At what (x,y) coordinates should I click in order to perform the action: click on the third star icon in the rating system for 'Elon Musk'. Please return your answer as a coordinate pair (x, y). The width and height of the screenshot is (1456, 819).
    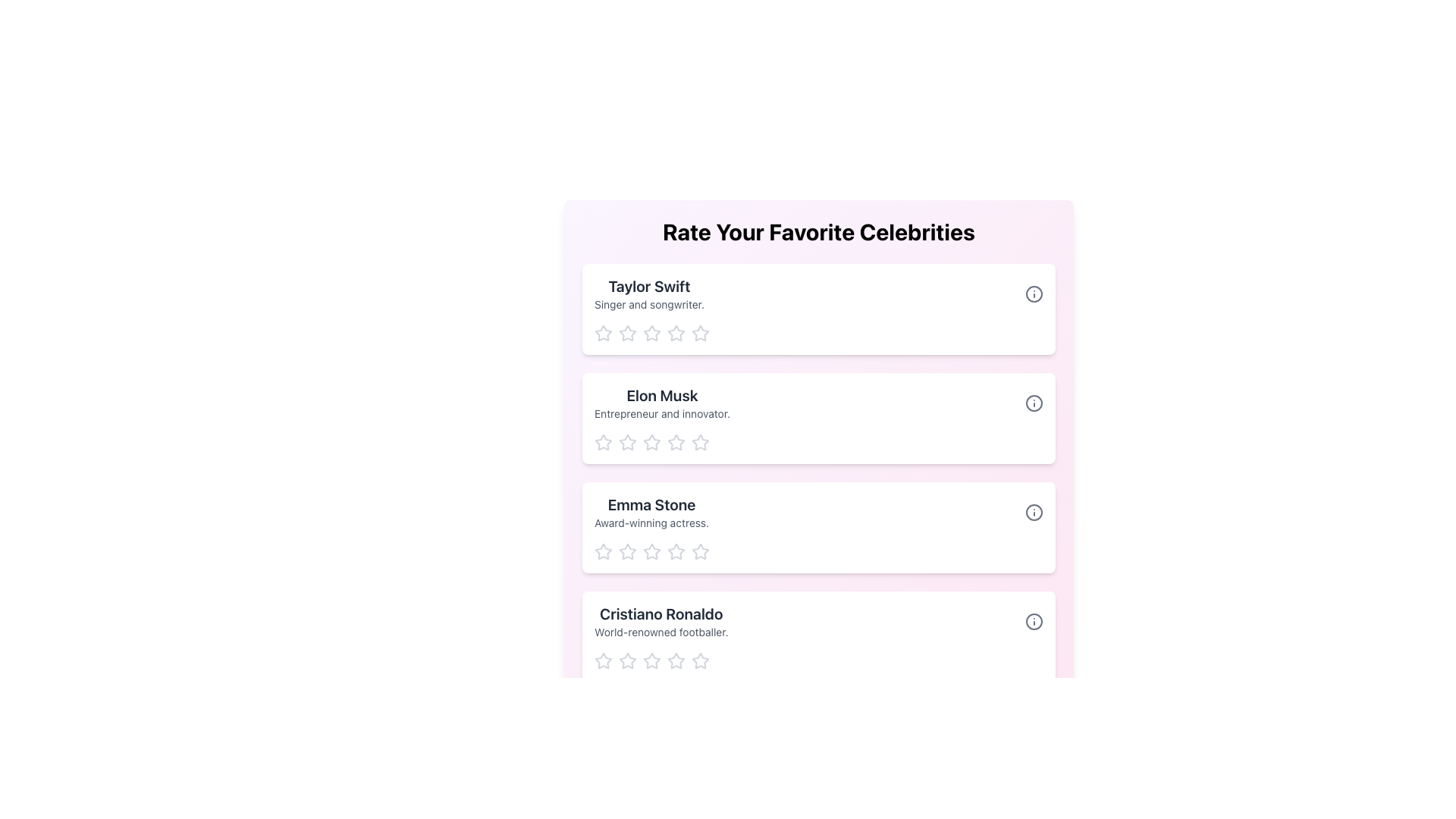
    Looking at the image, I should click on (700, 442).